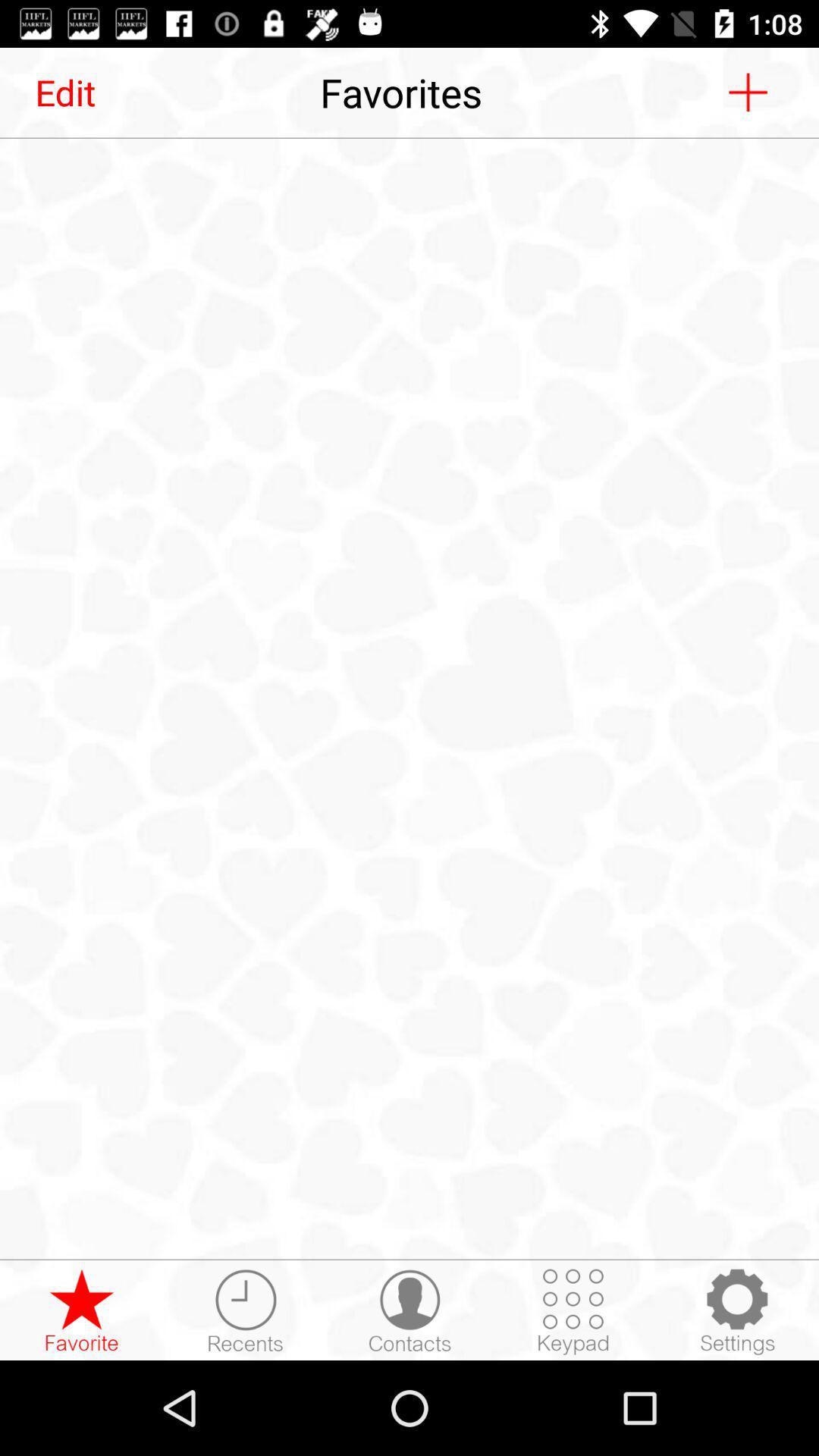 The width and height of the screenshot is (819, 1456). What do you see at coordinates (573, 1310) in the screenshot?
I see `keypad` at bounding box center [573, 1310].